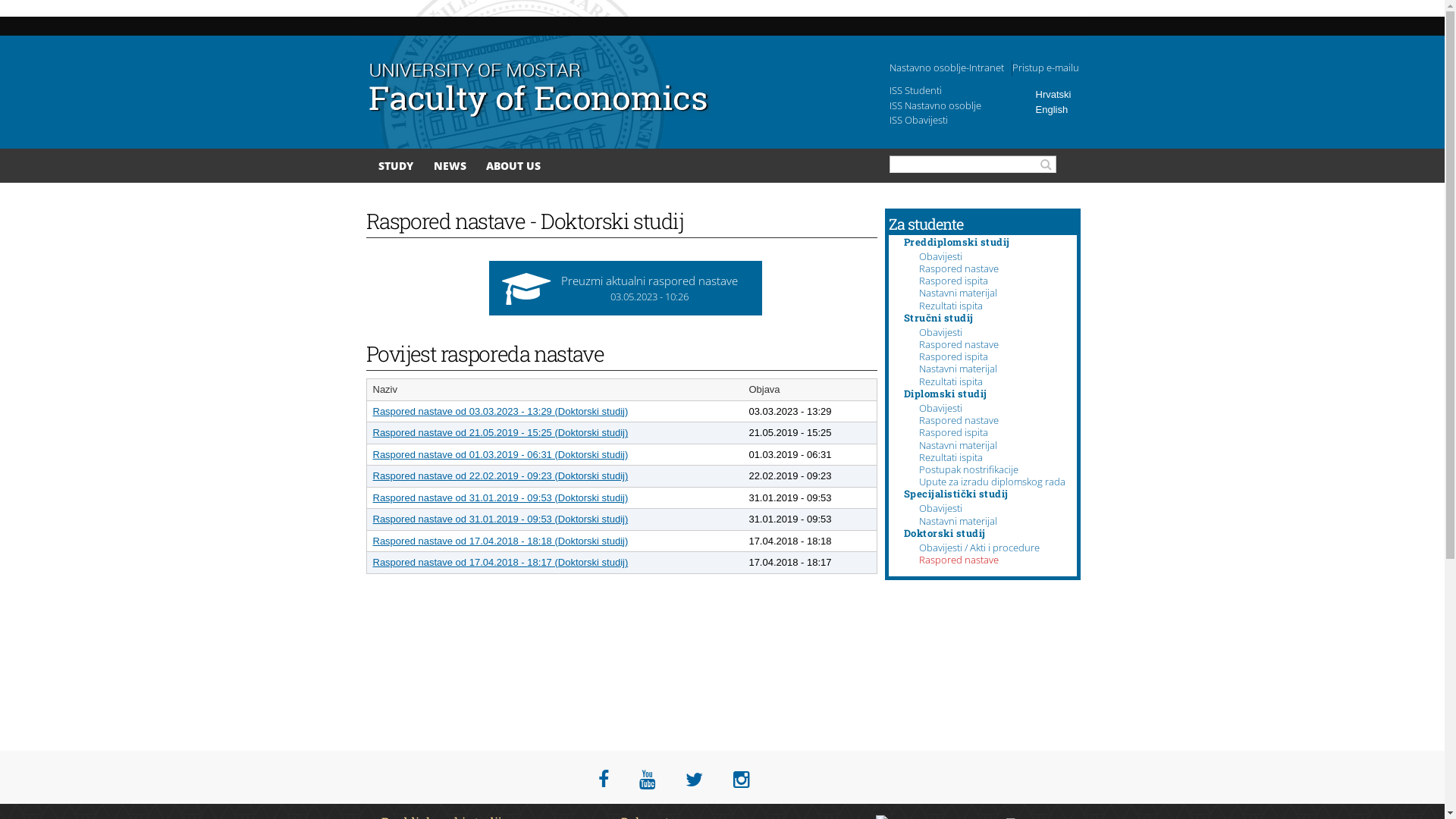 This screenshot has height=819, width=1456. What do you see at coordinates (486, 165) in the screenshot?
I see `'ABOUT US'` at bounding box center [486, 165].